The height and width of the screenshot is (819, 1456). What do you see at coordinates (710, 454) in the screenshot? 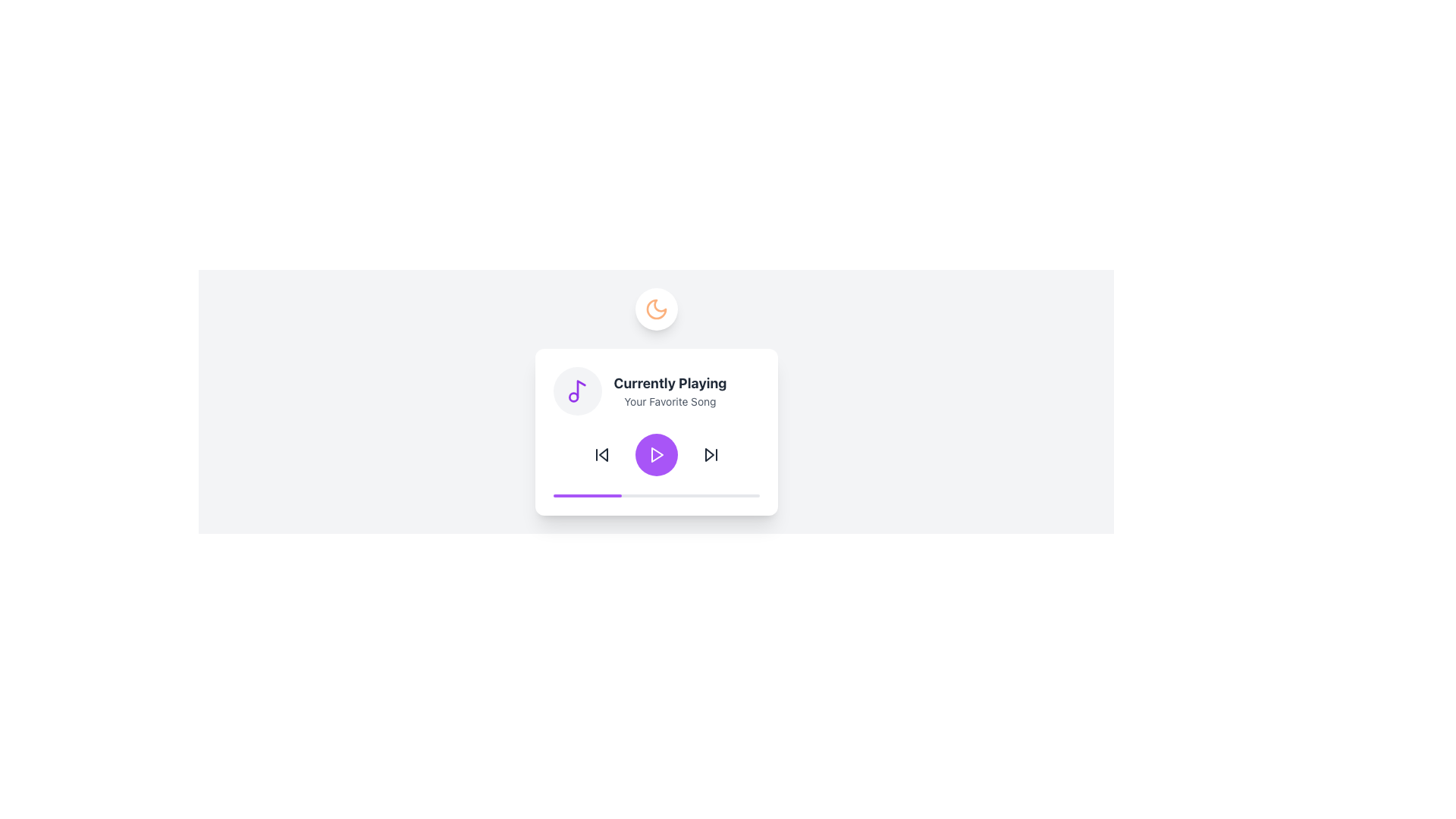
I see `the circular button with a black arrow pointing to the right, which has a white background and changes to light gray on hover, located at the bottom central portion of the interface` at bounding box center [710, 454].